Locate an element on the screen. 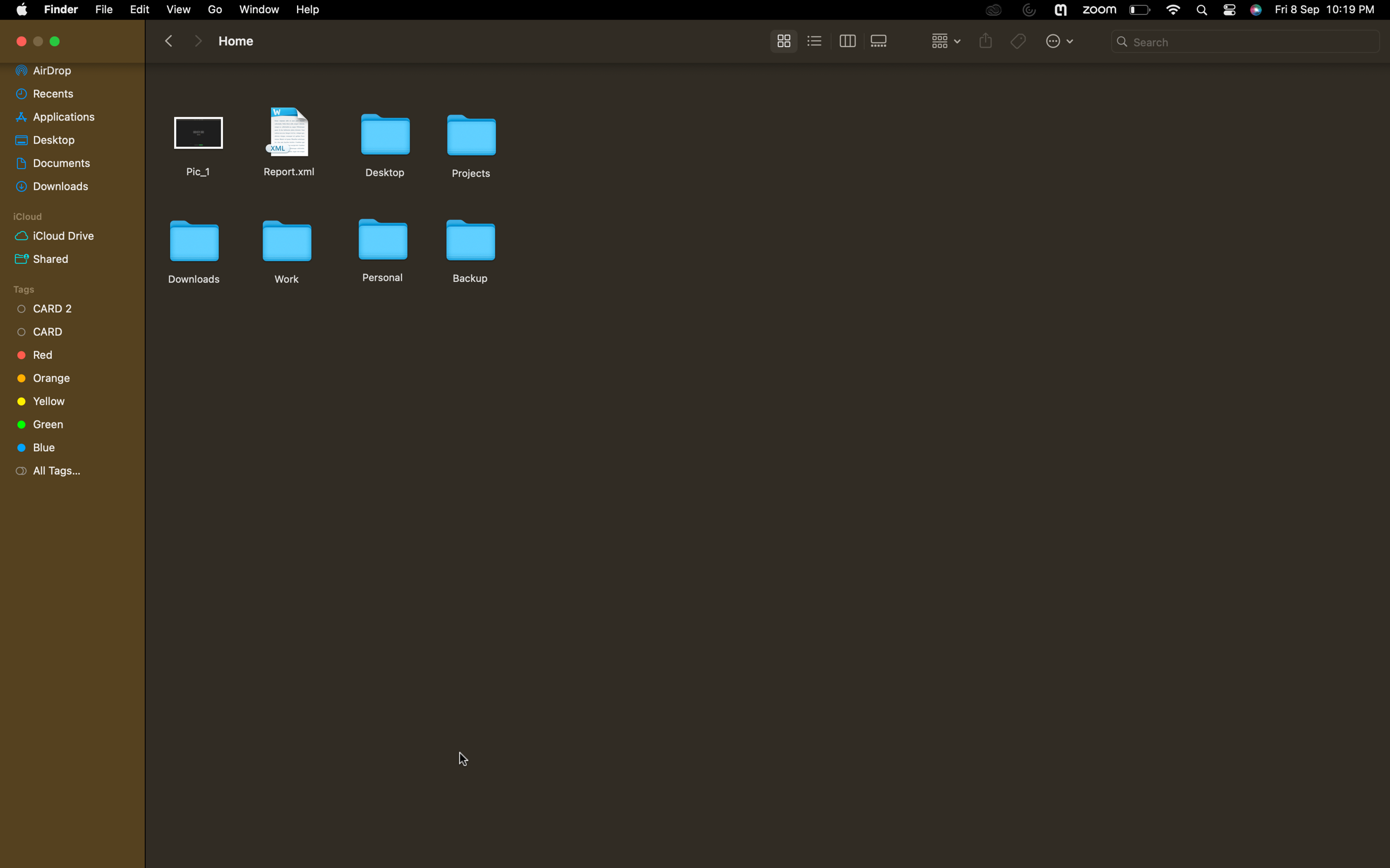  the yellow button for minimizing the current screen is located at coordinates (56, 42).